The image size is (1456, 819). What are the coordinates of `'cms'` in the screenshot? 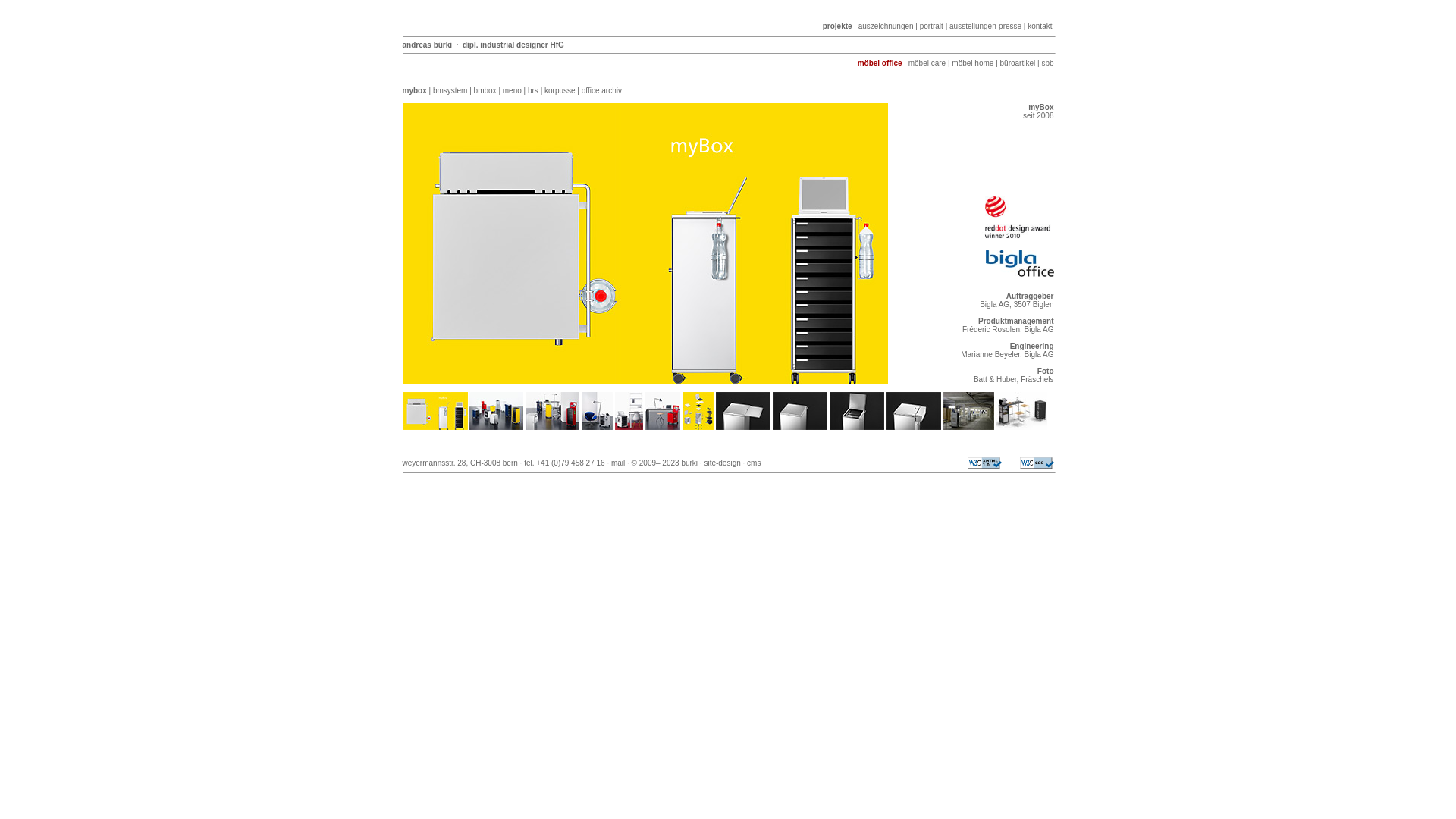 It's located at (753, 462).